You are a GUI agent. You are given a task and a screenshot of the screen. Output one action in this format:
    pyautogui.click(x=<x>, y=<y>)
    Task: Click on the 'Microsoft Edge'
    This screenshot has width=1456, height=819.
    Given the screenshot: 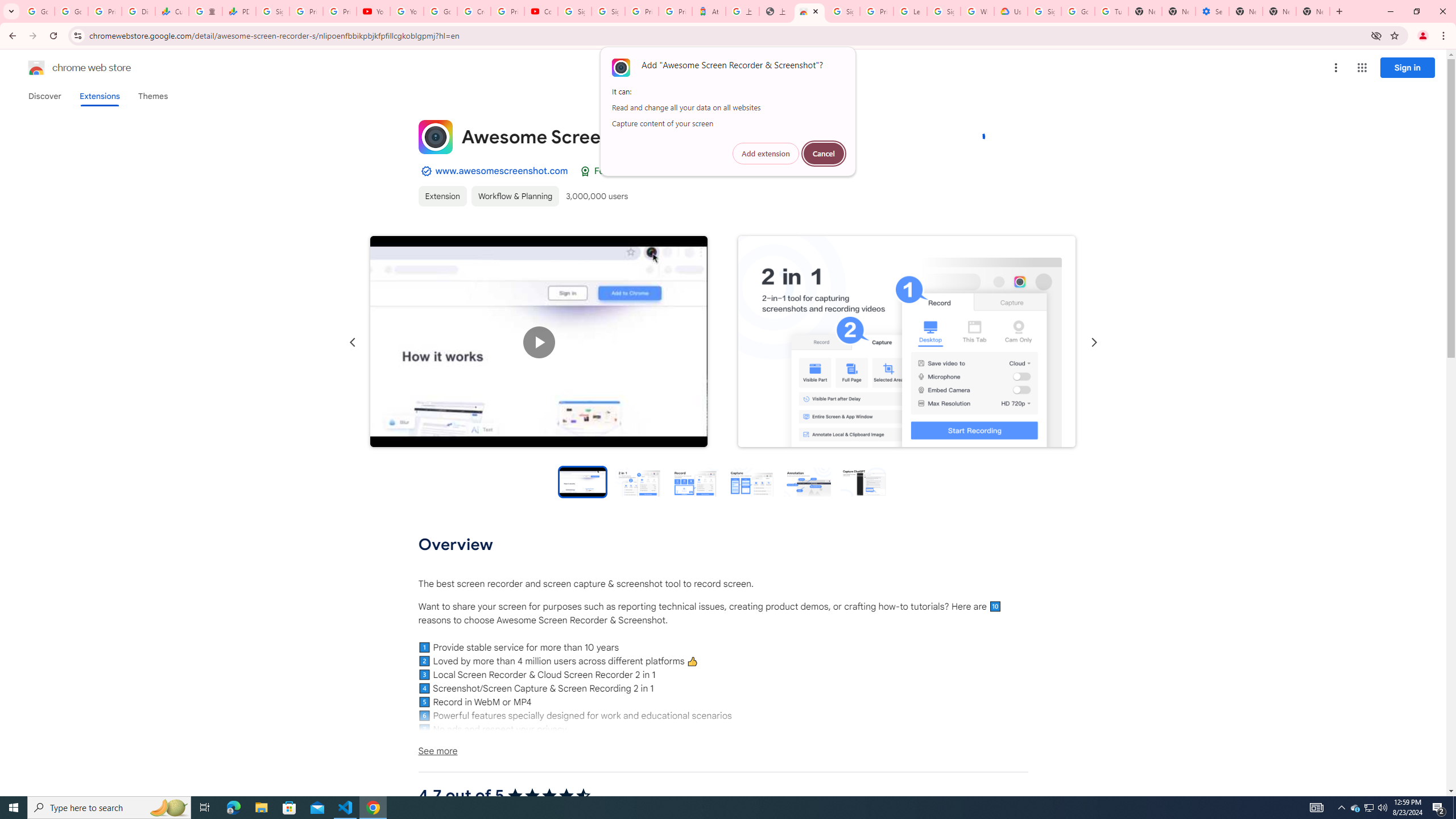 What is the action you would take?
    pyautogui.click(x=233, y=806)
    